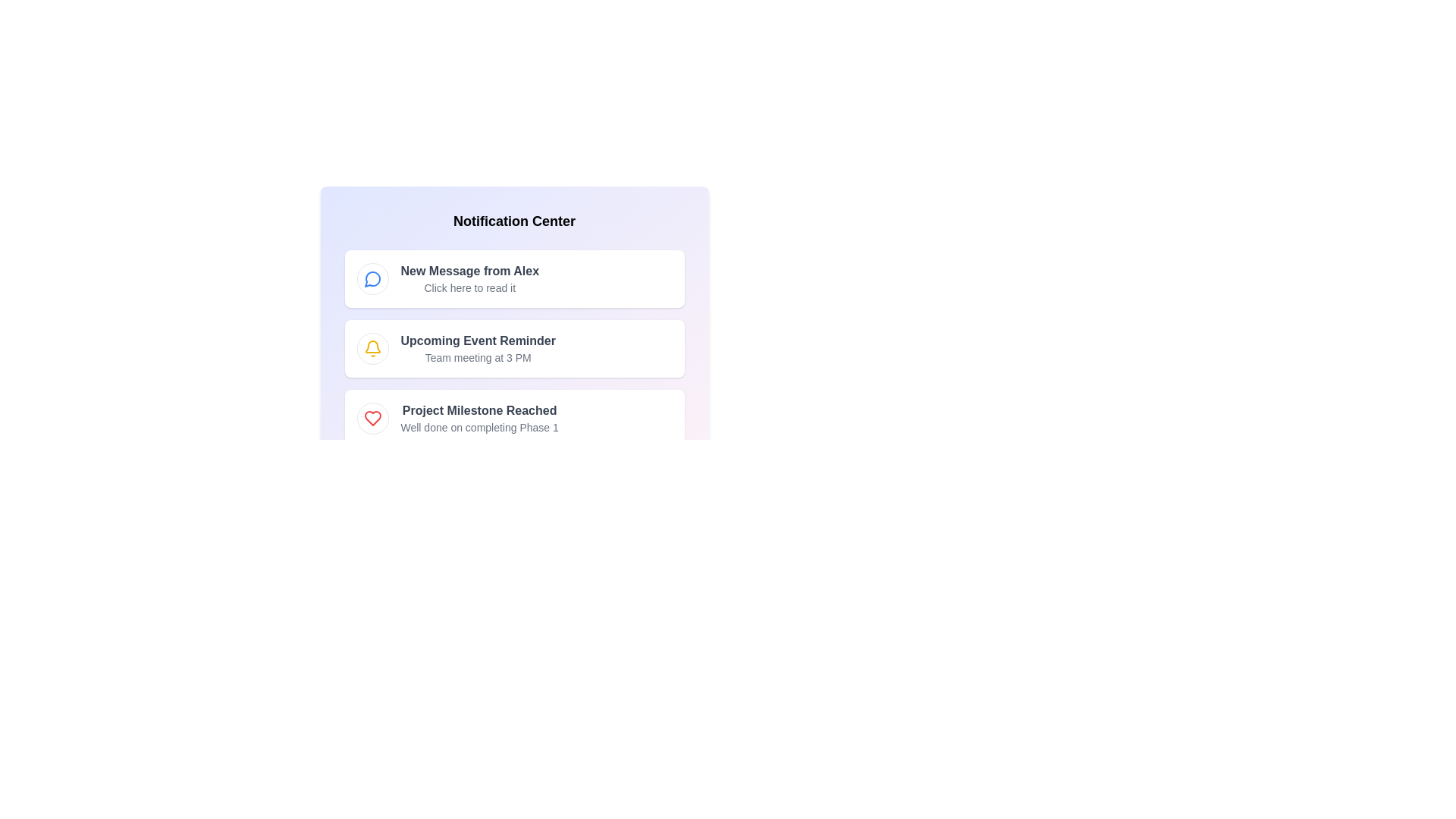 Image resolution: width=1456 pixels, height=819 pixels. What do you see at coordinates (372, 418) in the screenshot?
I see `the notification icon for Achievement` at bounding box center [372, 418].